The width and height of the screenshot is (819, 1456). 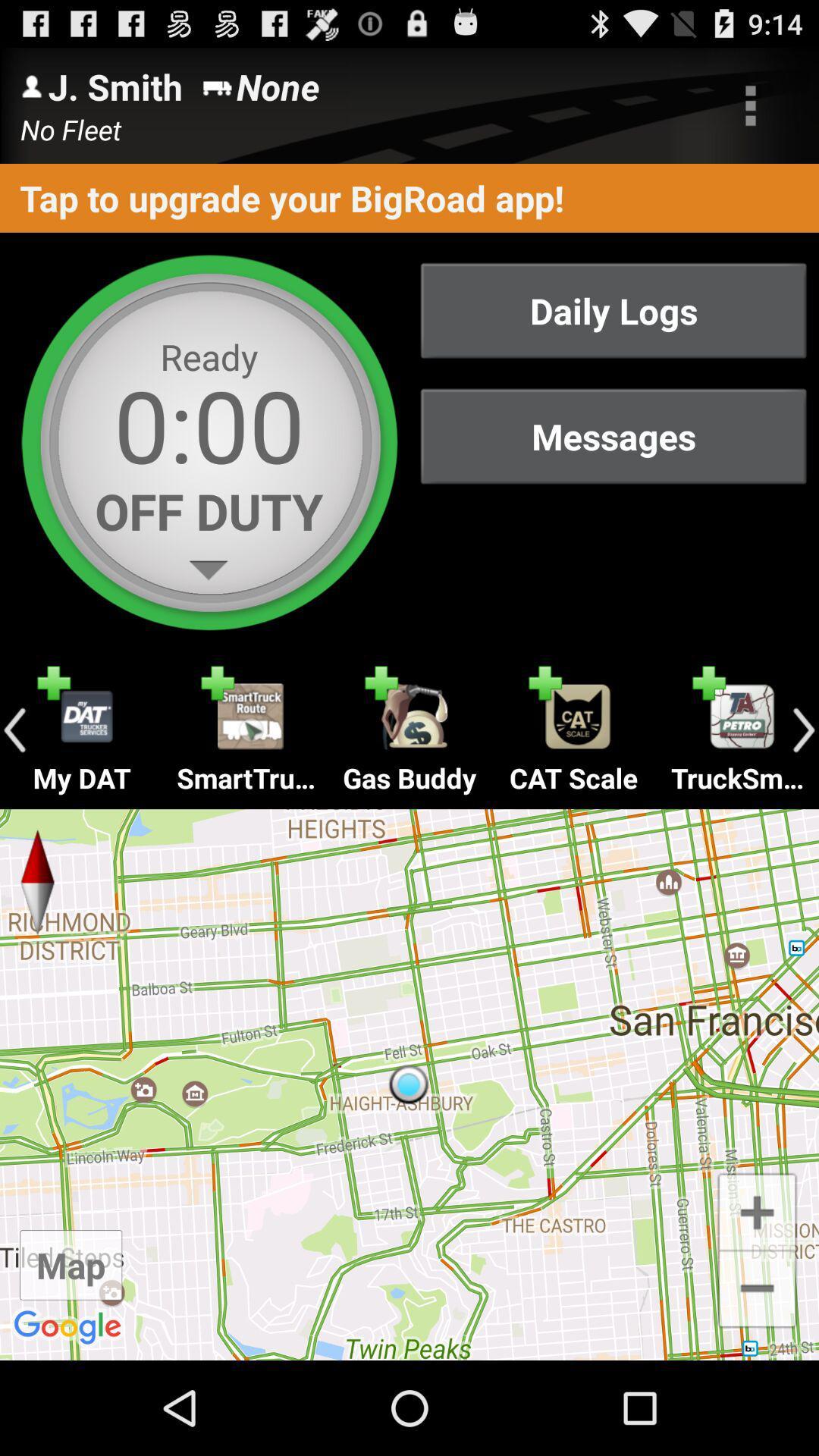 What do you see at coordinates (757, 1210) in the screenshot?
I see `zoom` at bounding box center [757, 1210].